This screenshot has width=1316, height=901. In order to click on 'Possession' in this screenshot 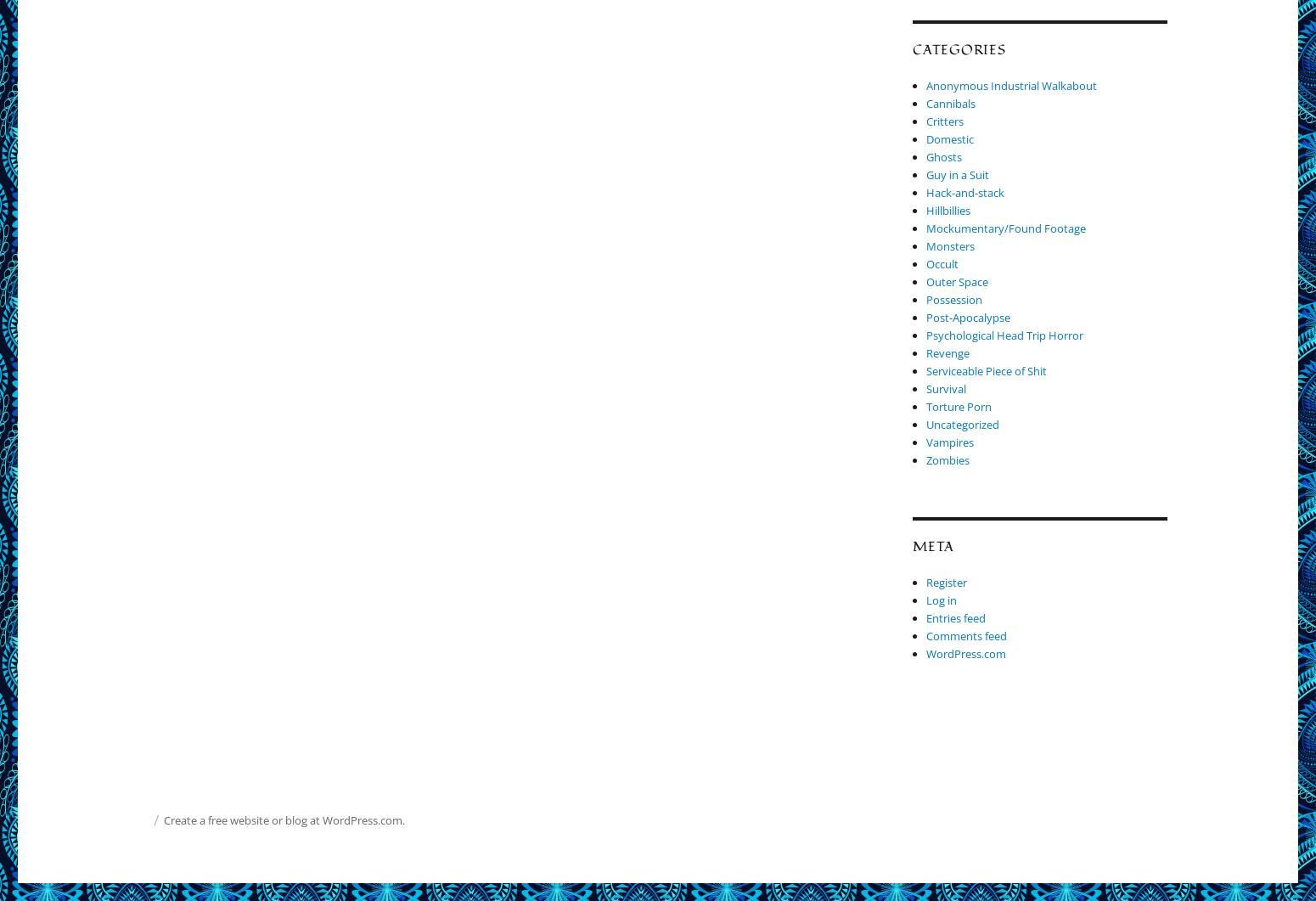, I will do `click(925, 298)`.